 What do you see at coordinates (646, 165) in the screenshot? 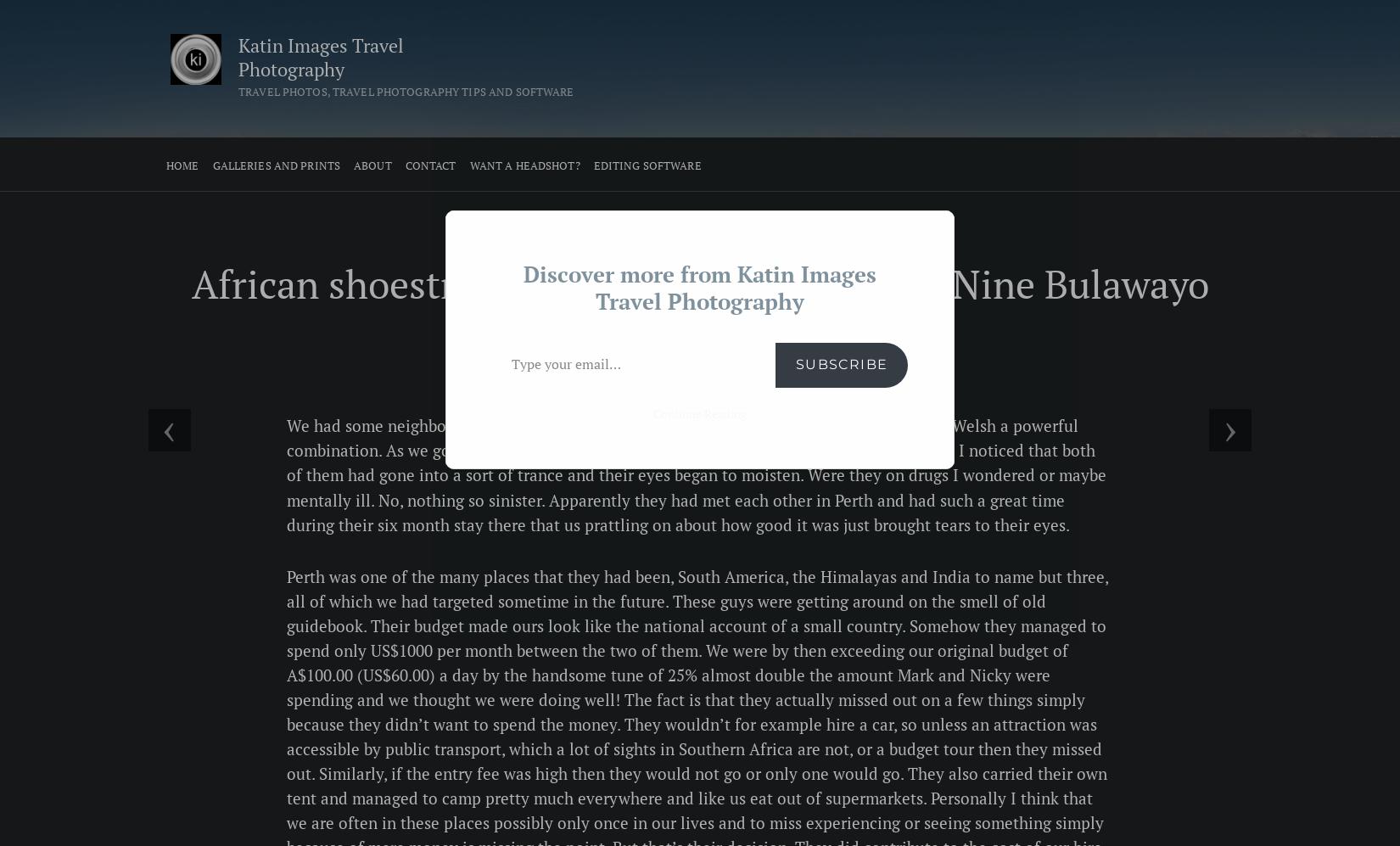
I see `'Editing Software'` at bounding box center [646, 165].